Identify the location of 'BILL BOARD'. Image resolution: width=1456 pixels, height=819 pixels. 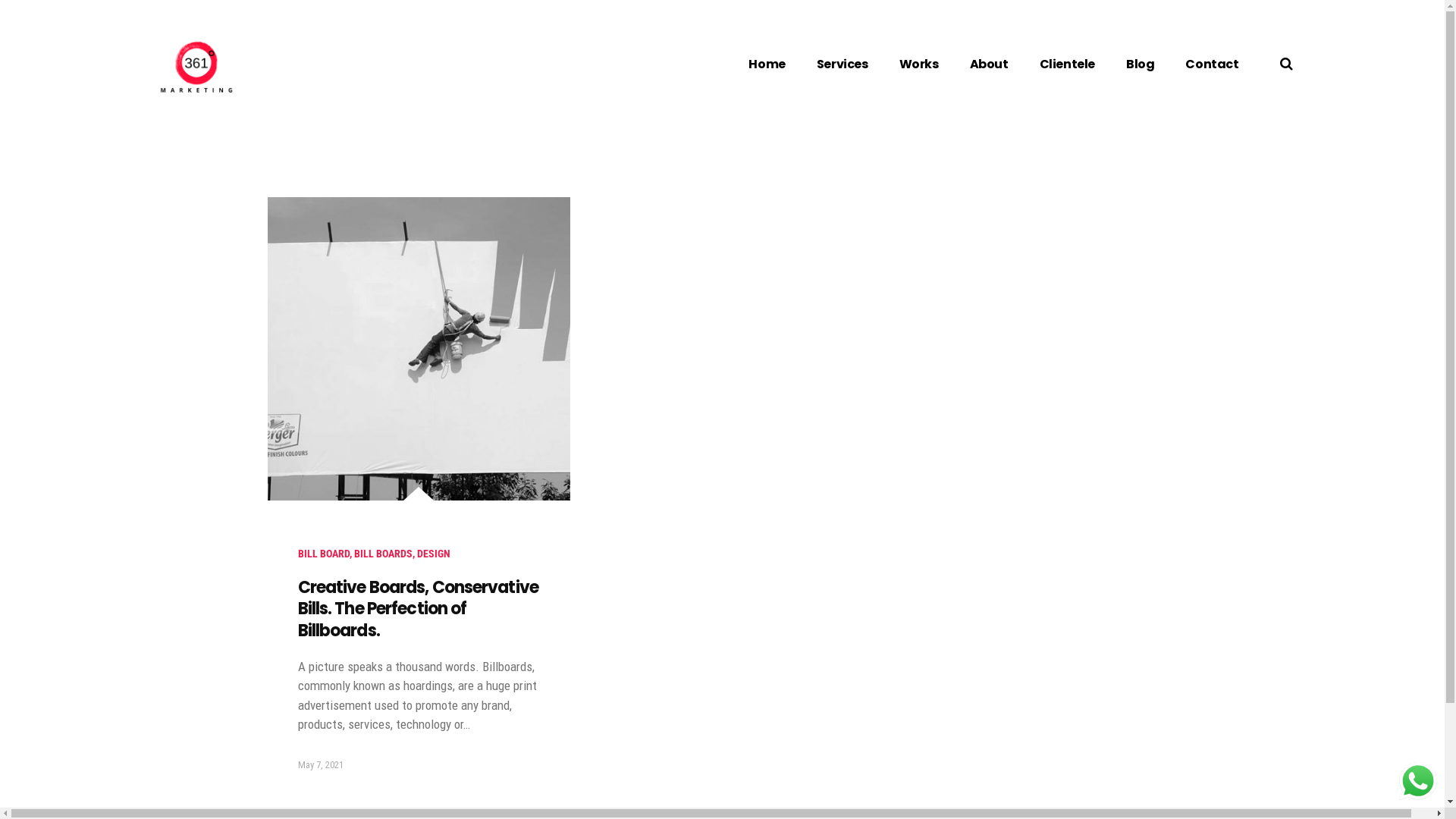
(322, 553).